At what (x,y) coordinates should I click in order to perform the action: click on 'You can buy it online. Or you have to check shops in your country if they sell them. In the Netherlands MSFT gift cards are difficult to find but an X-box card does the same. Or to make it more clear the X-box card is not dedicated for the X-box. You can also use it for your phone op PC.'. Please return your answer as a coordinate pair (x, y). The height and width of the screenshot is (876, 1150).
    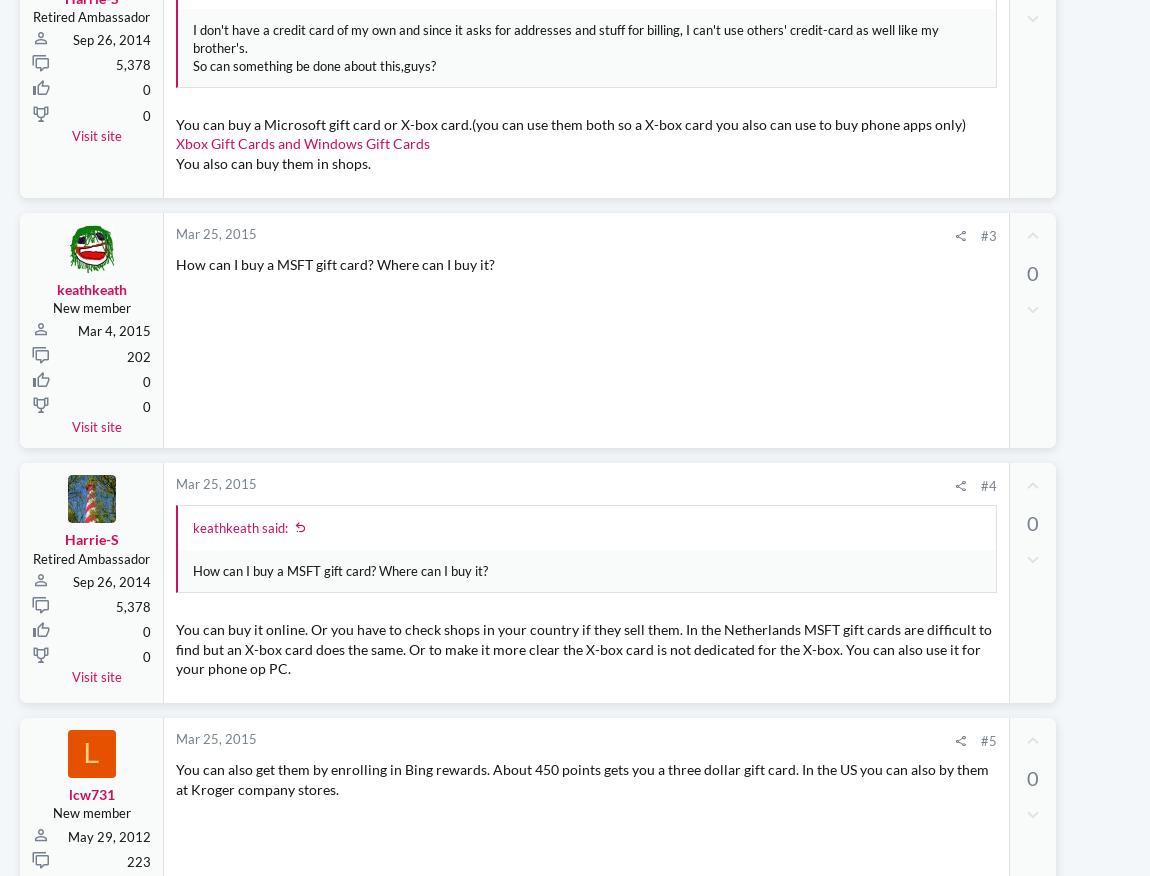
    Looking at the image, I should click on (462, 677).